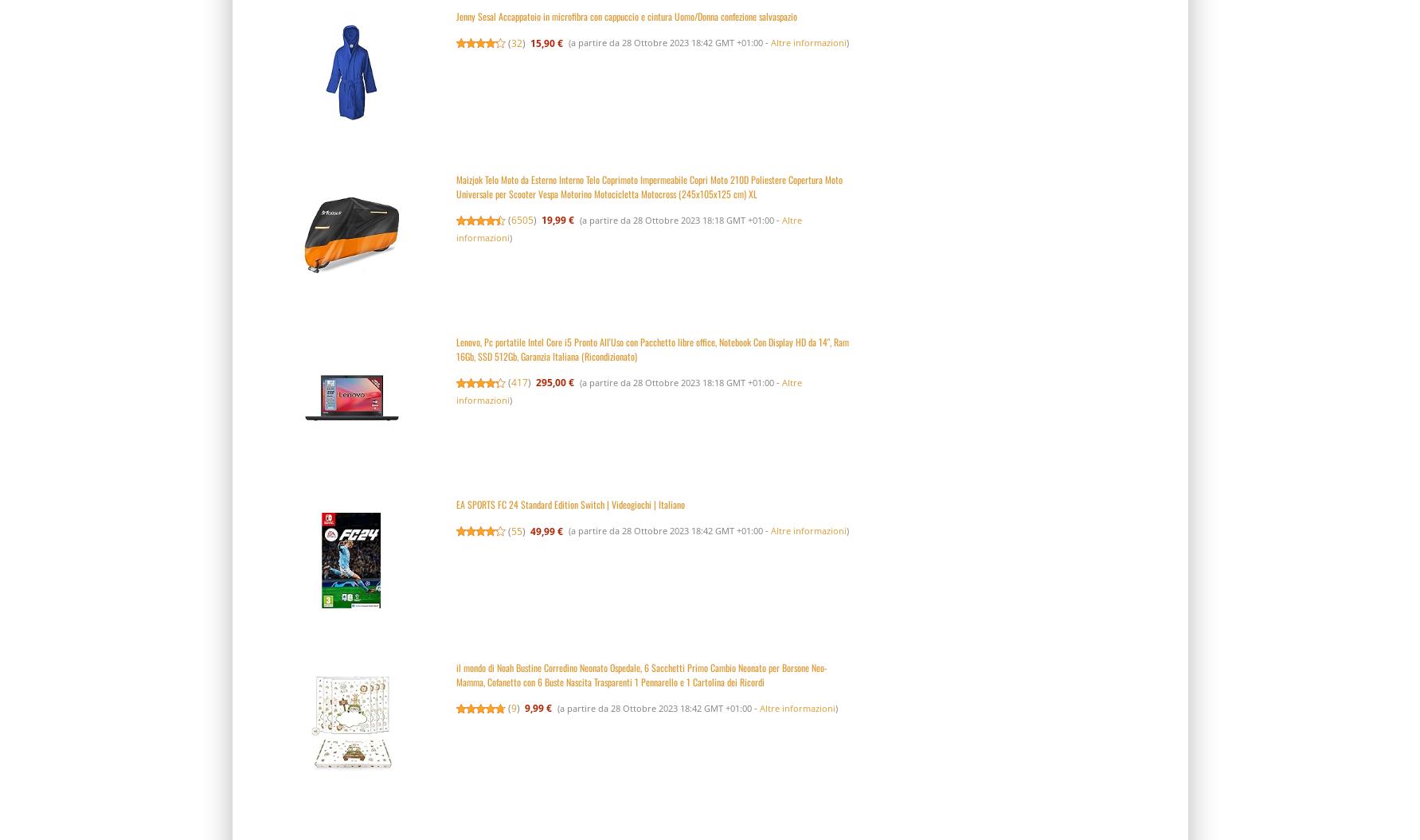  I want to click on 'EA SPORTS FC 24 Standard Edition Switch | Videogiochi | Italiano', so click(456, 504).